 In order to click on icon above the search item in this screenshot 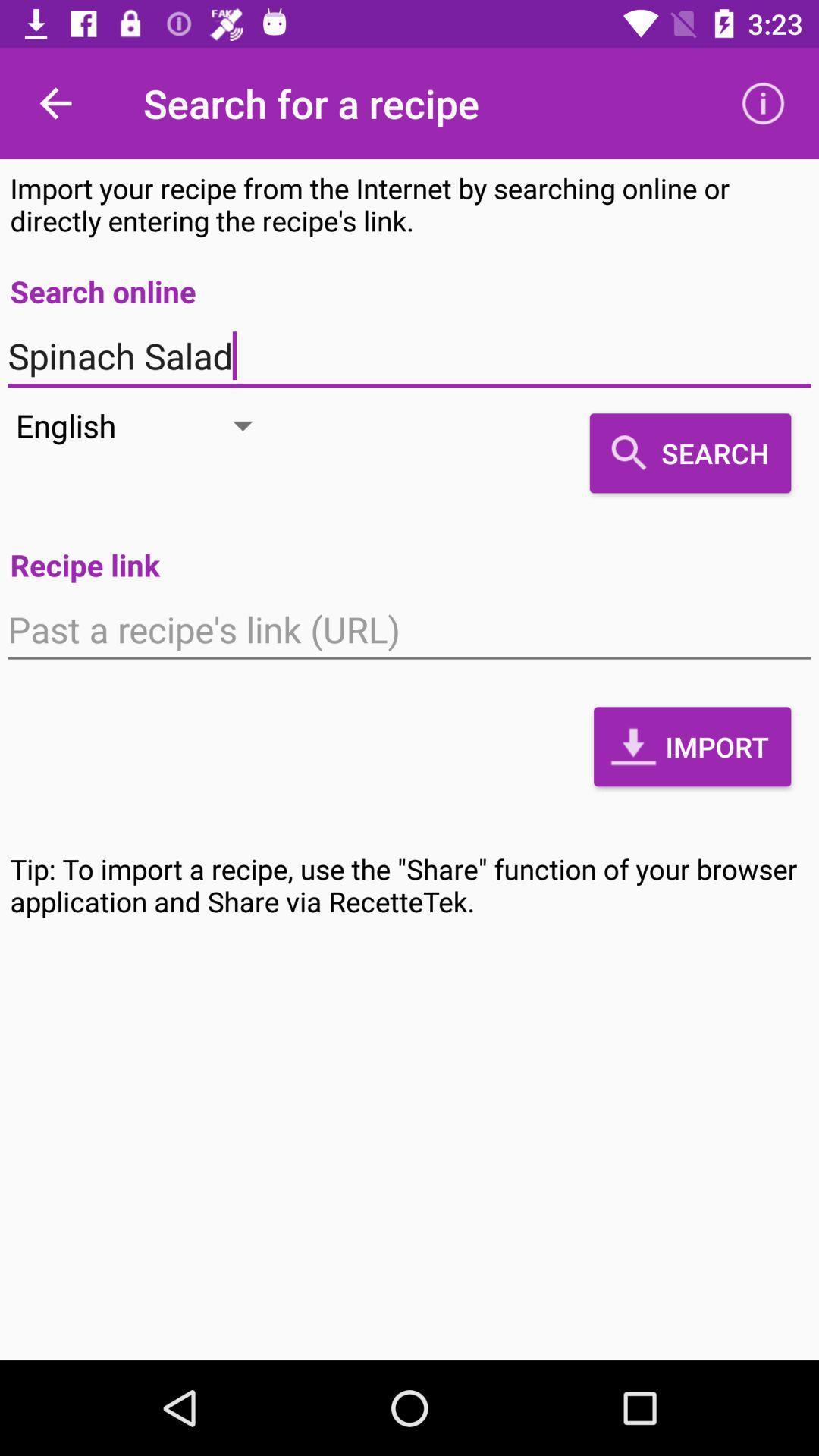, I will do `click(409, 356)`.